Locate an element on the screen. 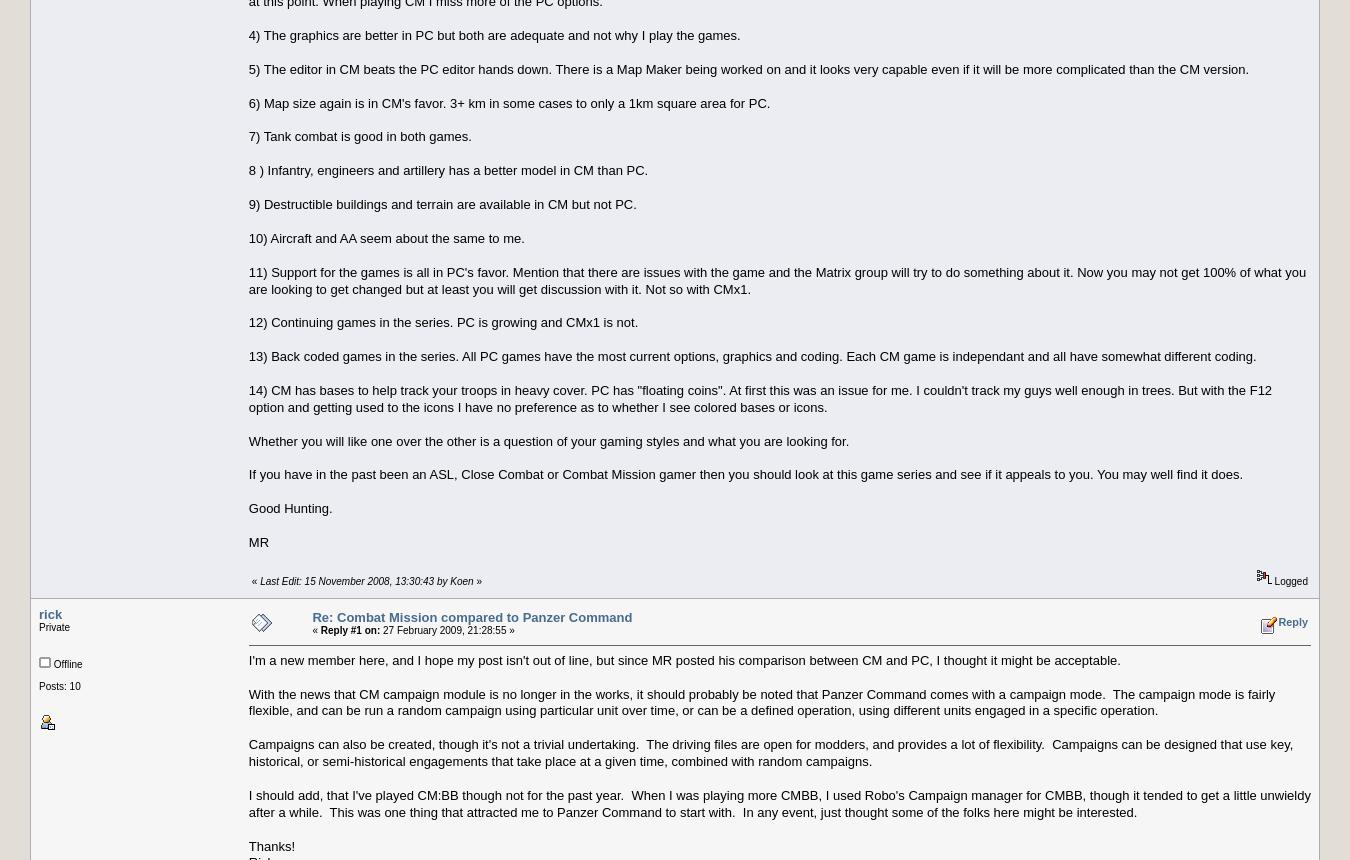 This screenshot has width=1350, height=860. 'MR' is located at coordinates (246, 541).